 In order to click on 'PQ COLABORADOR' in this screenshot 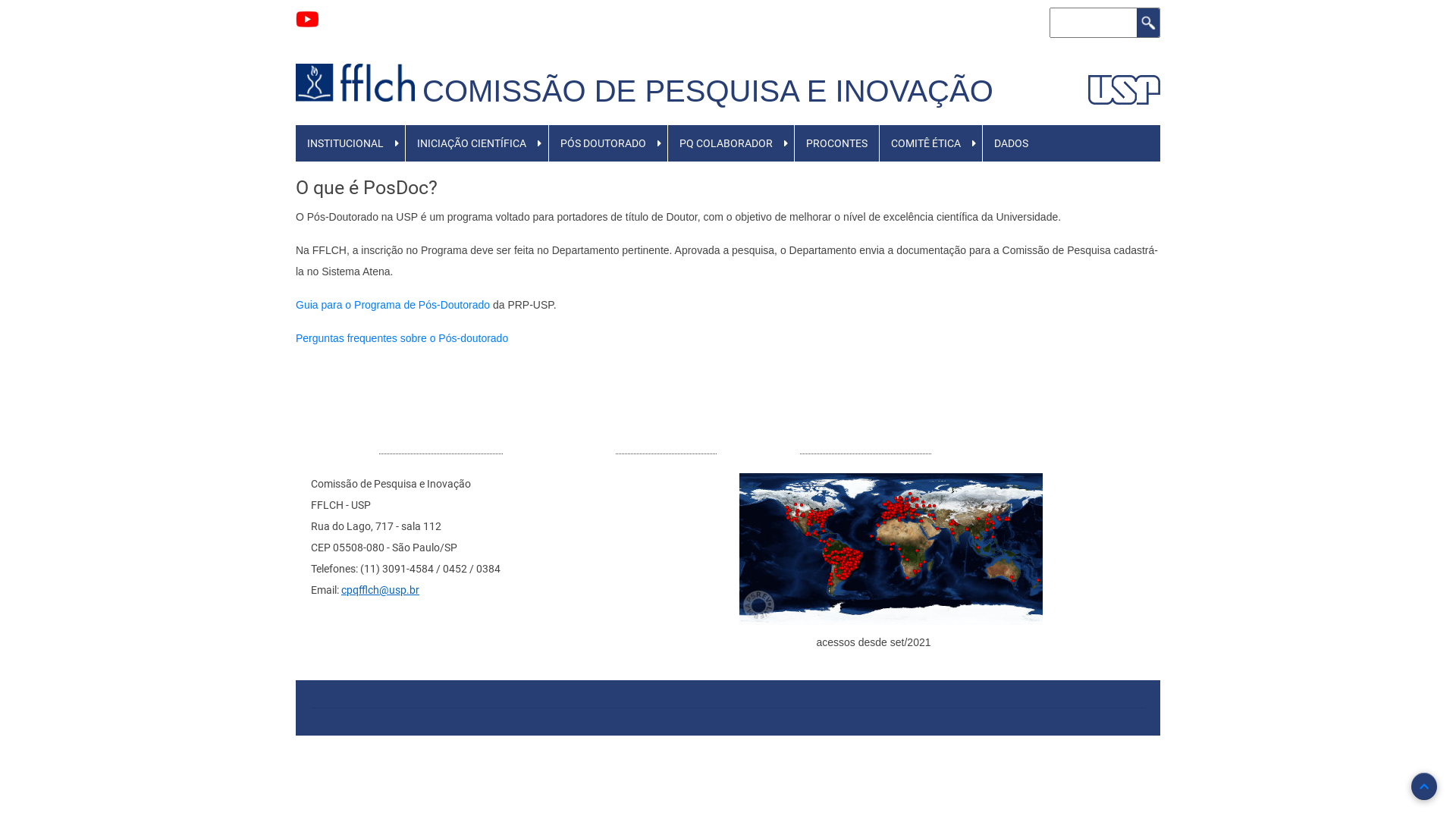, I will do `click(725, 143)`.